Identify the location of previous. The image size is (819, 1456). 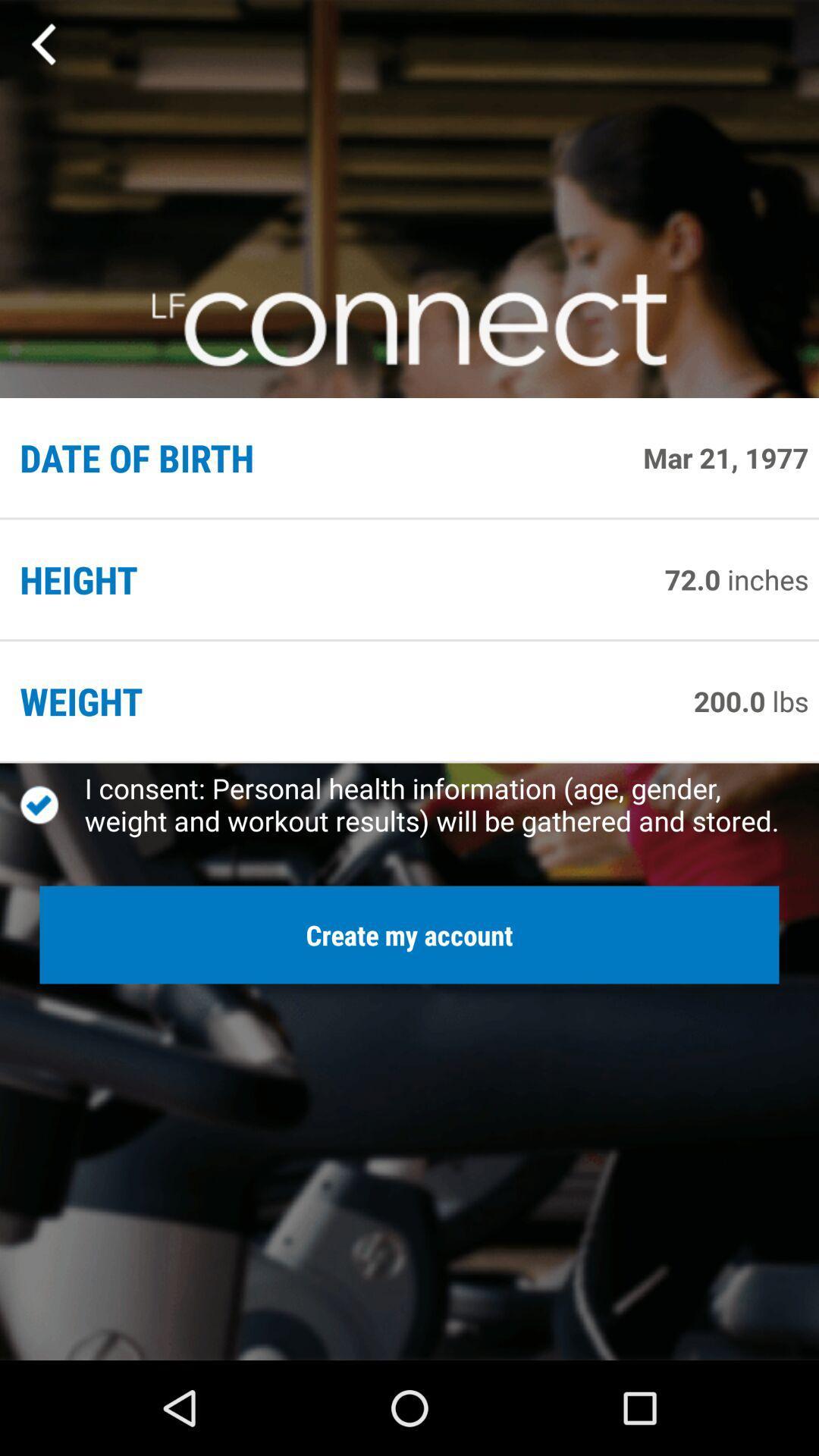
(44, 45).